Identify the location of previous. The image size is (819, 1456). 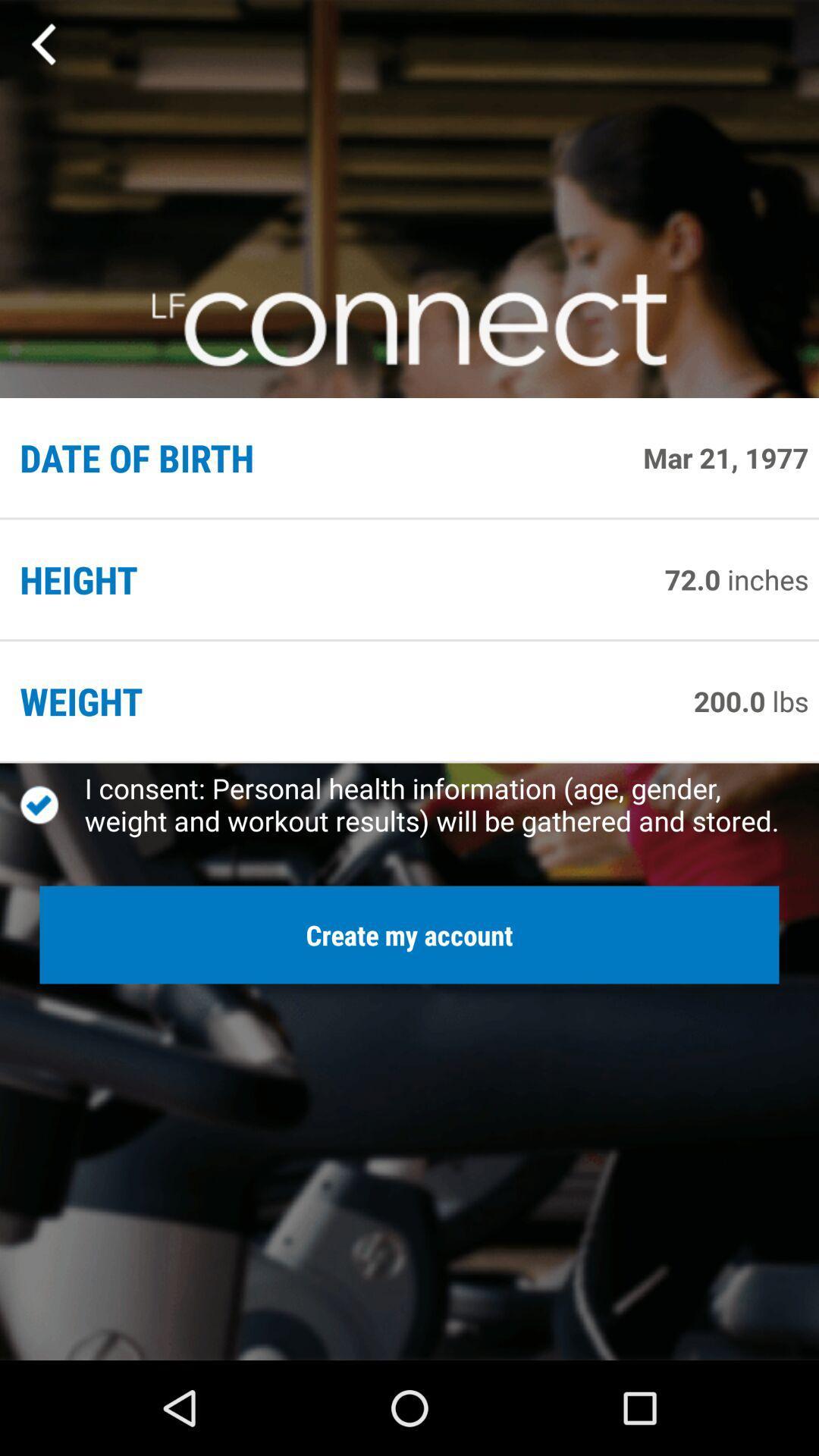
(44, 45).